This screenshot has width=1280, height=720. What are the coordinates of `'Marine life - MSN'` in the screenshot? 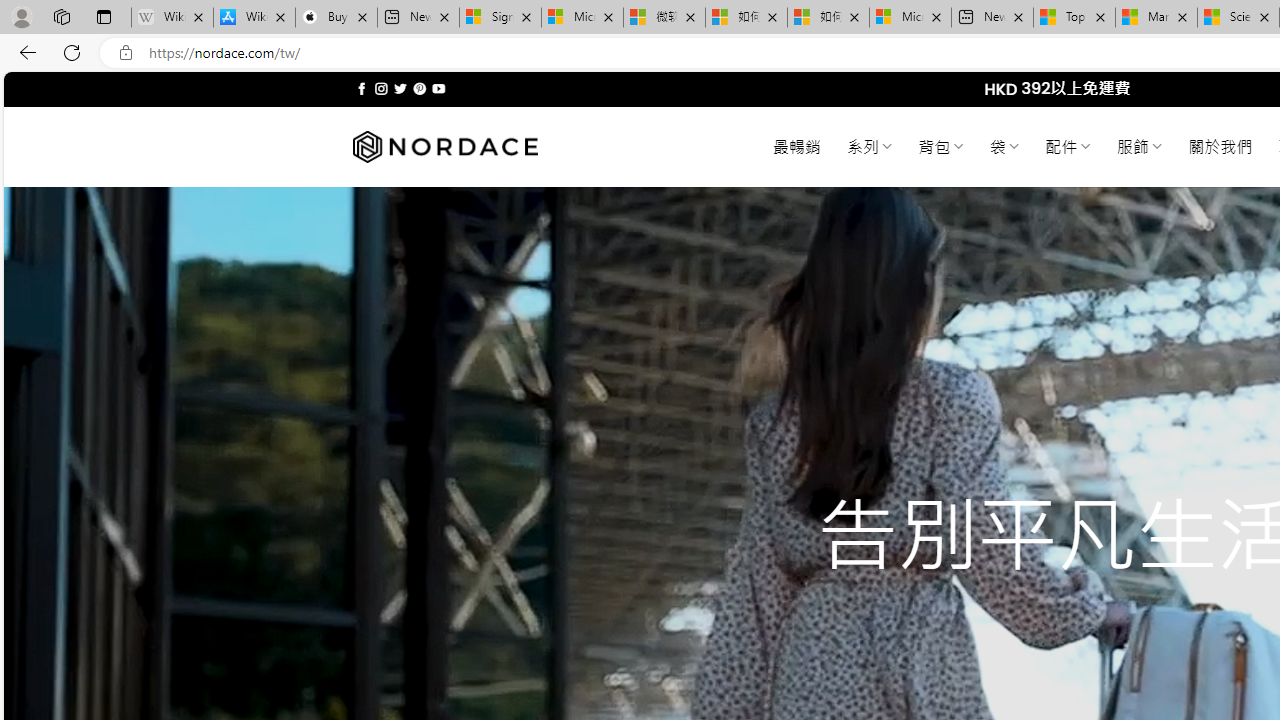 It's located at (1156, 17).